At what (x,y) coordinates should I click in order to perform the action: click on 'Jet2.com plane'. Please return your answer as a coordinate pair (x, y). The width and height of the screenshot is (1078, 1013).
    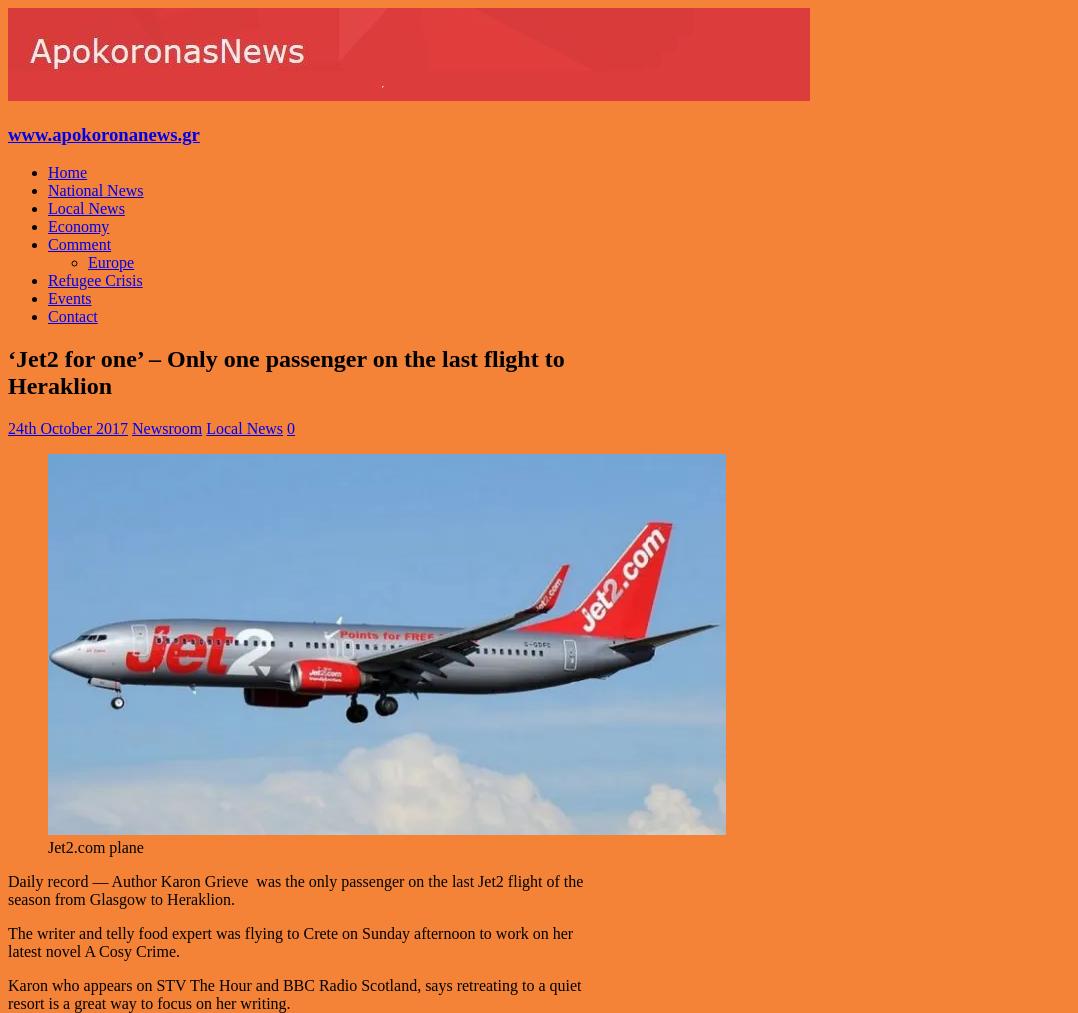
    Looking at the image, I should click on (94, 846).